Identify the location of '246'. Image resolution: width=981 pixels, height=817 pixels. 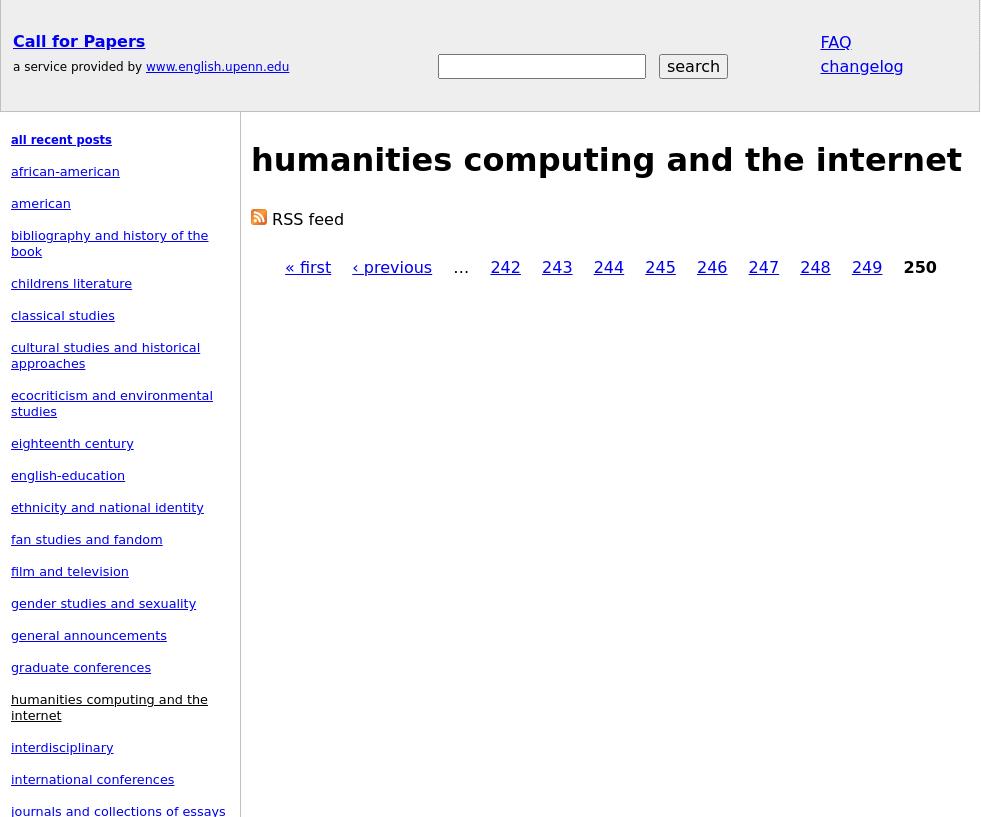
(696, 267).